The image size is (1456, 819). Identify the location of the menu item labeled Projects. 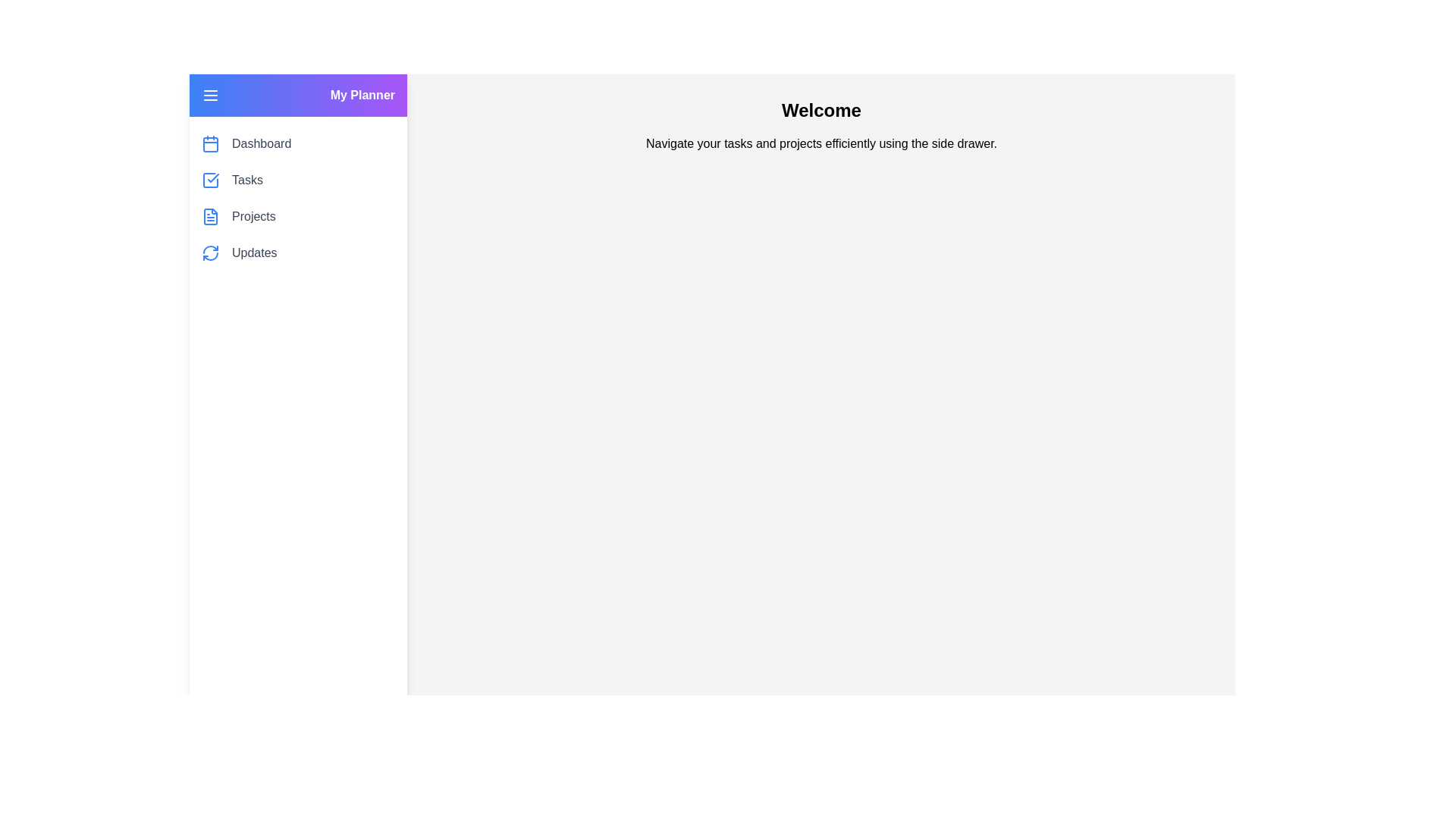
(253, 216).